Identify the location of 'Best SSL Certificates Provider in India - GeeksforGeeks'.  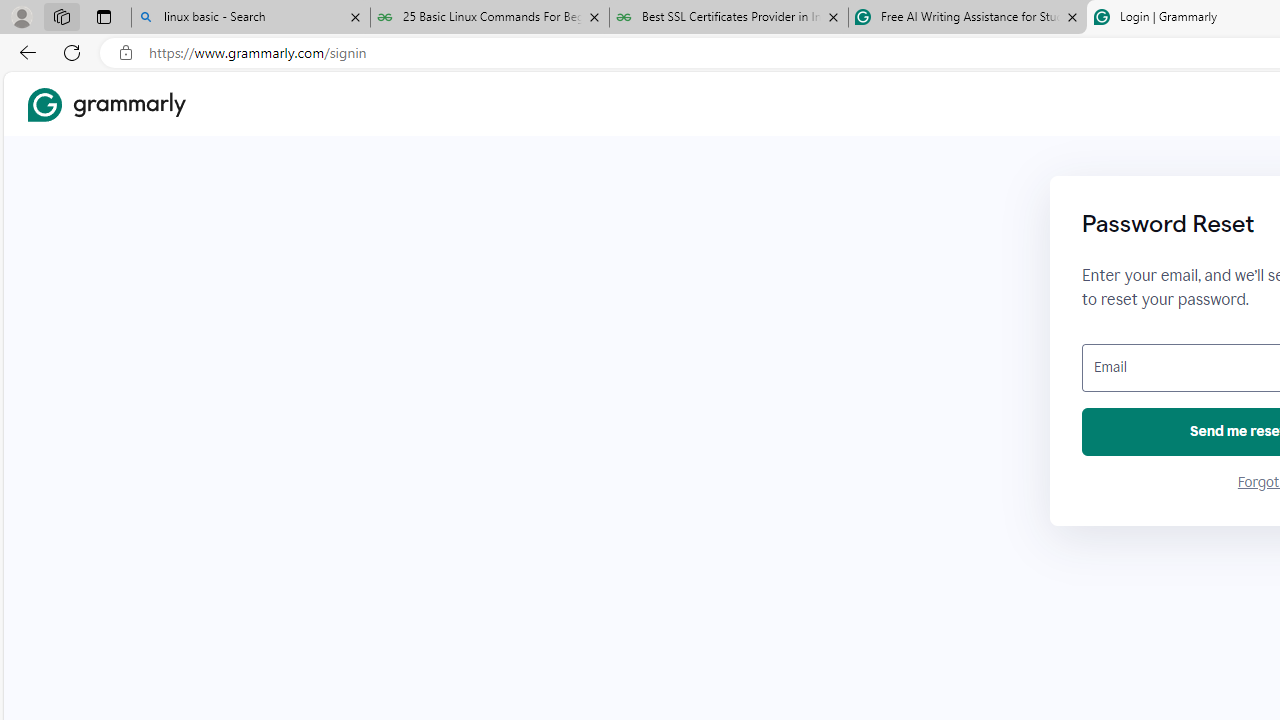
(728, 17).